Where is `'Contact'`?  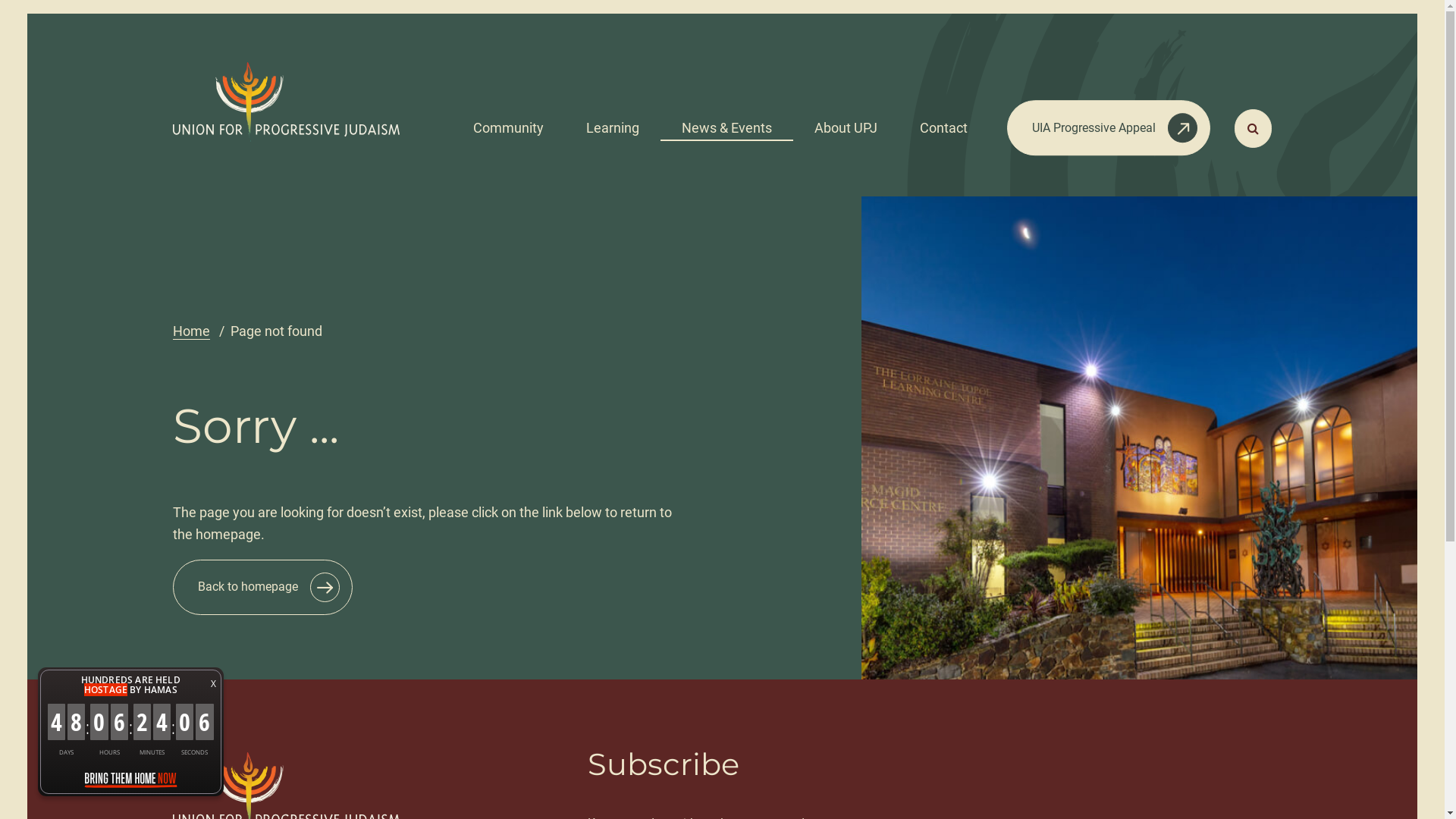
'Contact' is located at coordinates (943, 122).